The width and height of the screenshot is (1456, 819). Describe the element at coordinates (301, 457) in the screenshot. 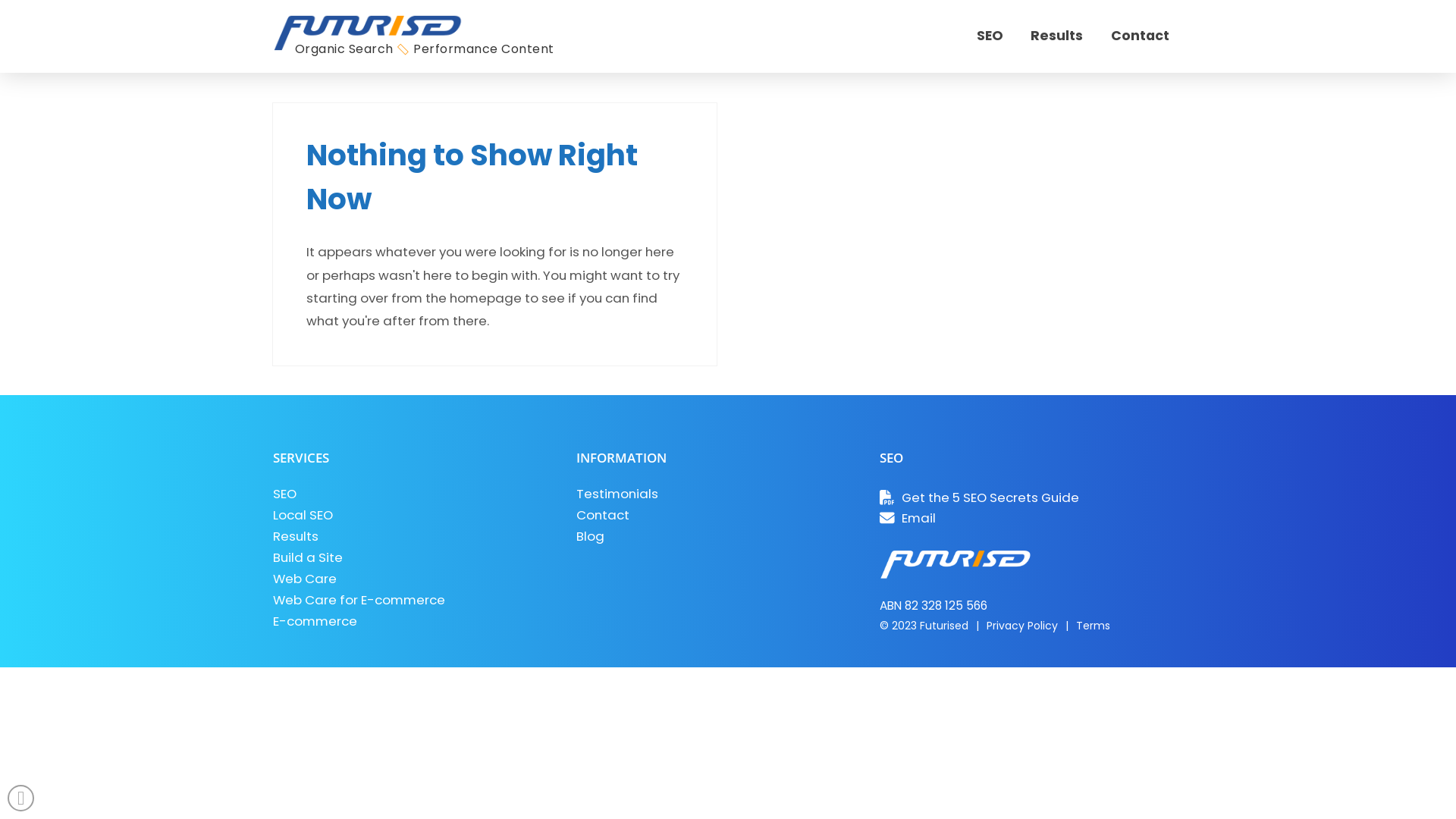

I see `'SERVICES'` at that location.